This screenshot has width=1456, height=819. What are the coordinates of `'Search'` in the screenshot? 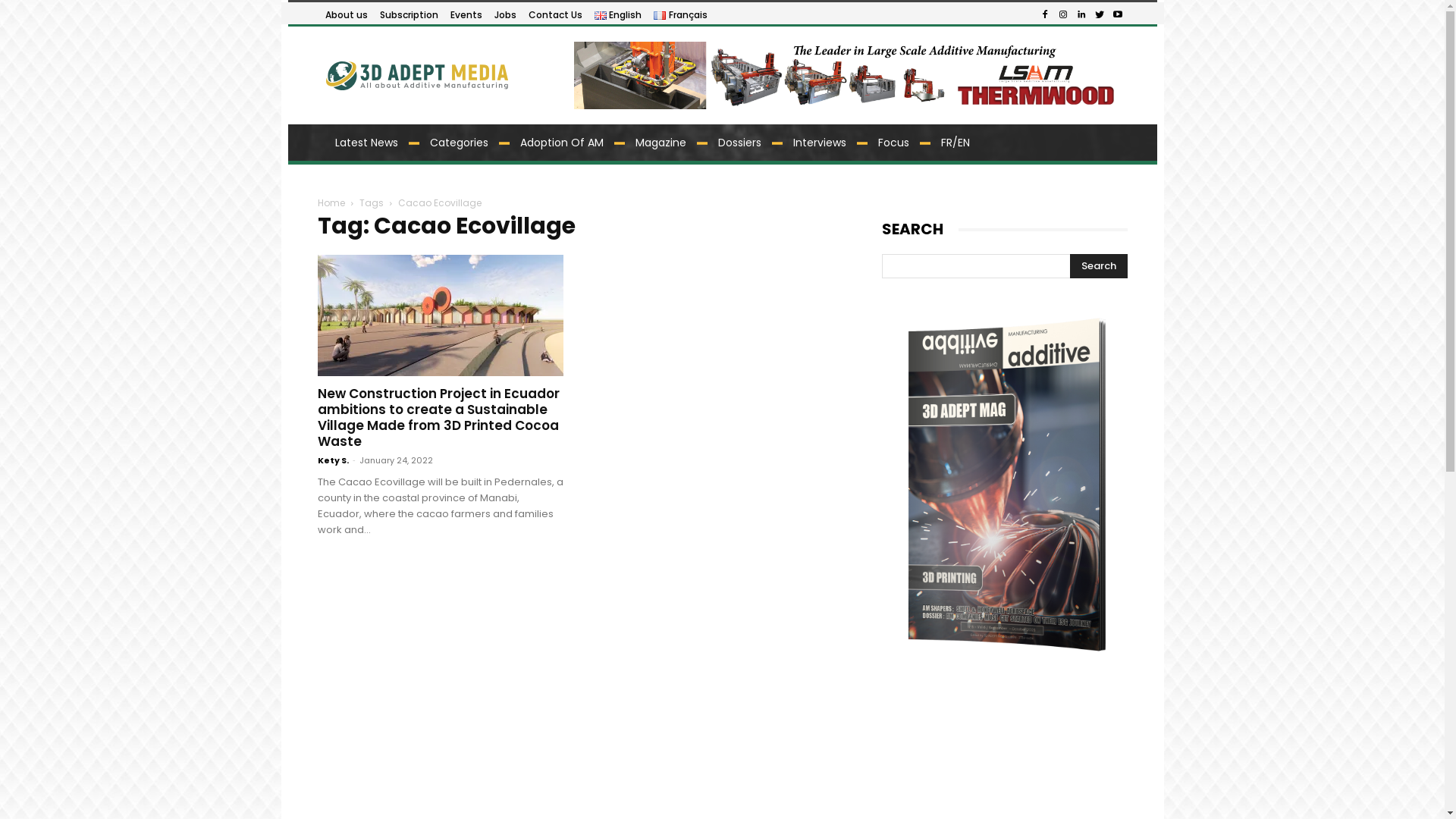 It's located at (1098, 265).